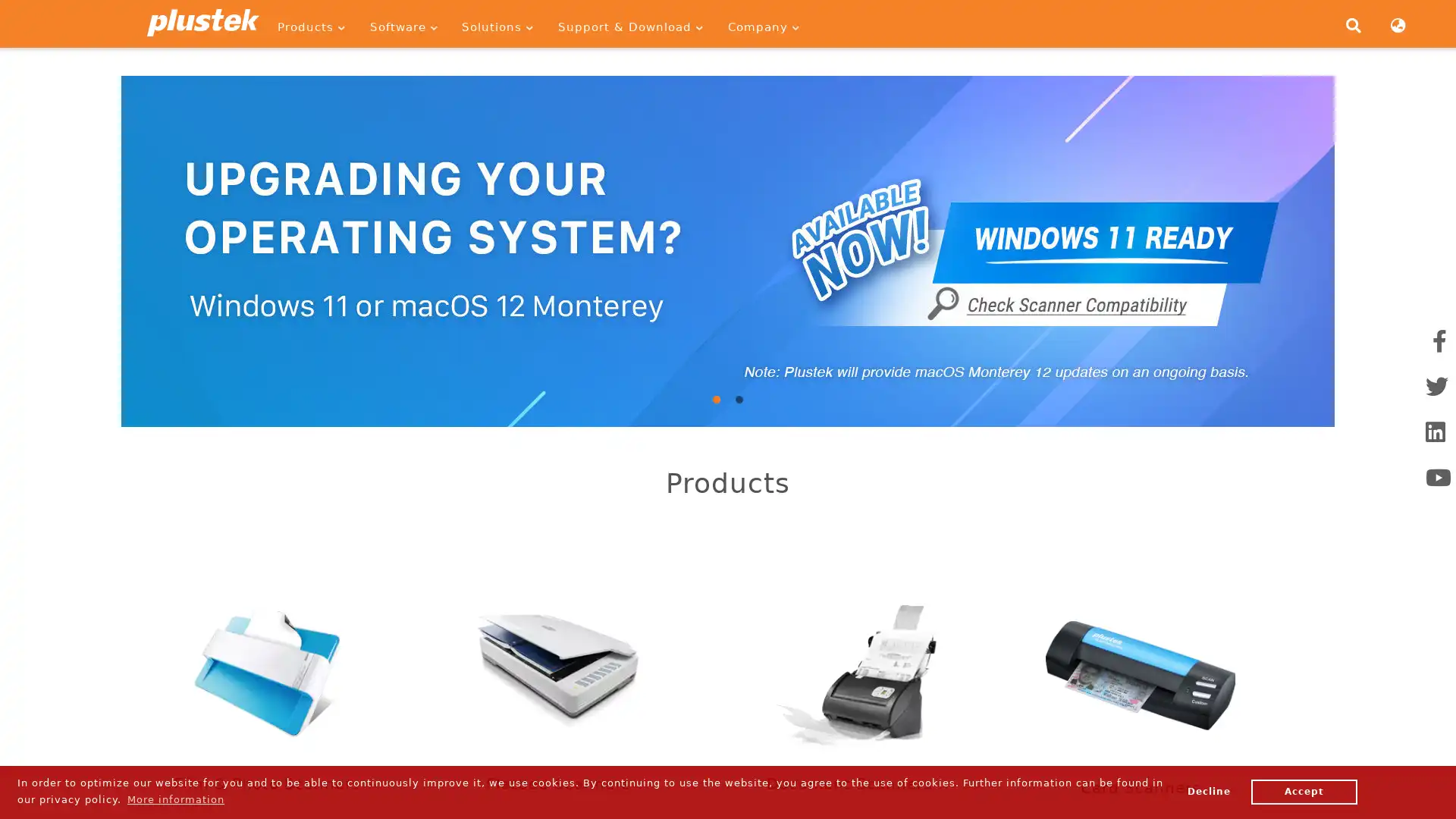 The width and height of the screenshot is (1456, 819). Describe the element at coordinates (175, 799) in the screenshot. I see `learn more about cookies` at that location.